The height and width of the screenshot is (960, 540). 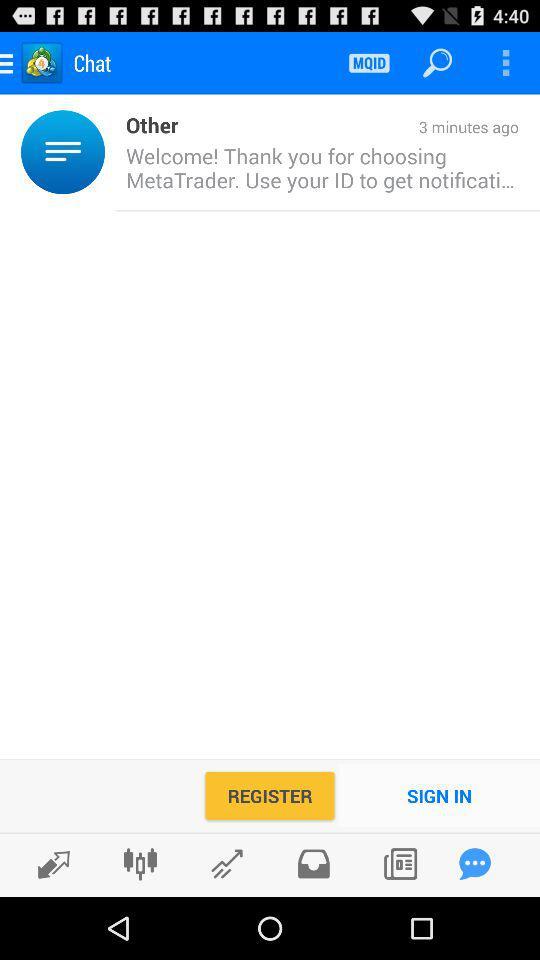 What do you see at coordinates (347, 127) in the screenshot?
I see `the icon next to the other item` at bounding box center [347, 127].